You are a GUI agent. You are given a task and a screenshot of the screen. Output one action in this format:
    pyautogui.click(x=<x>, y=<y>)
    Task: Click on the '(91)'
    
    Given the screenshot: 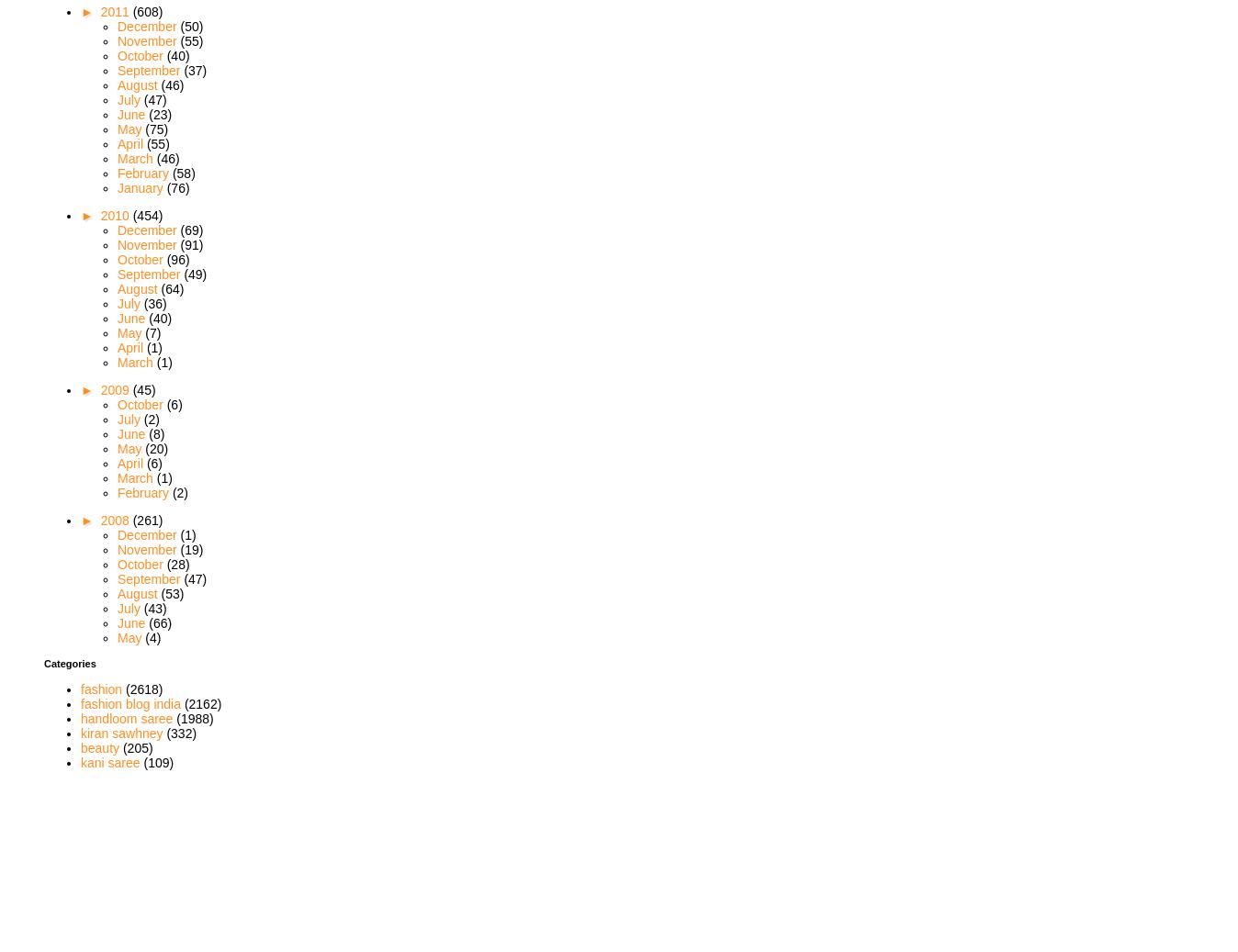 What is the action you would take?
    pyautogui.click(x=191, y=242)
    